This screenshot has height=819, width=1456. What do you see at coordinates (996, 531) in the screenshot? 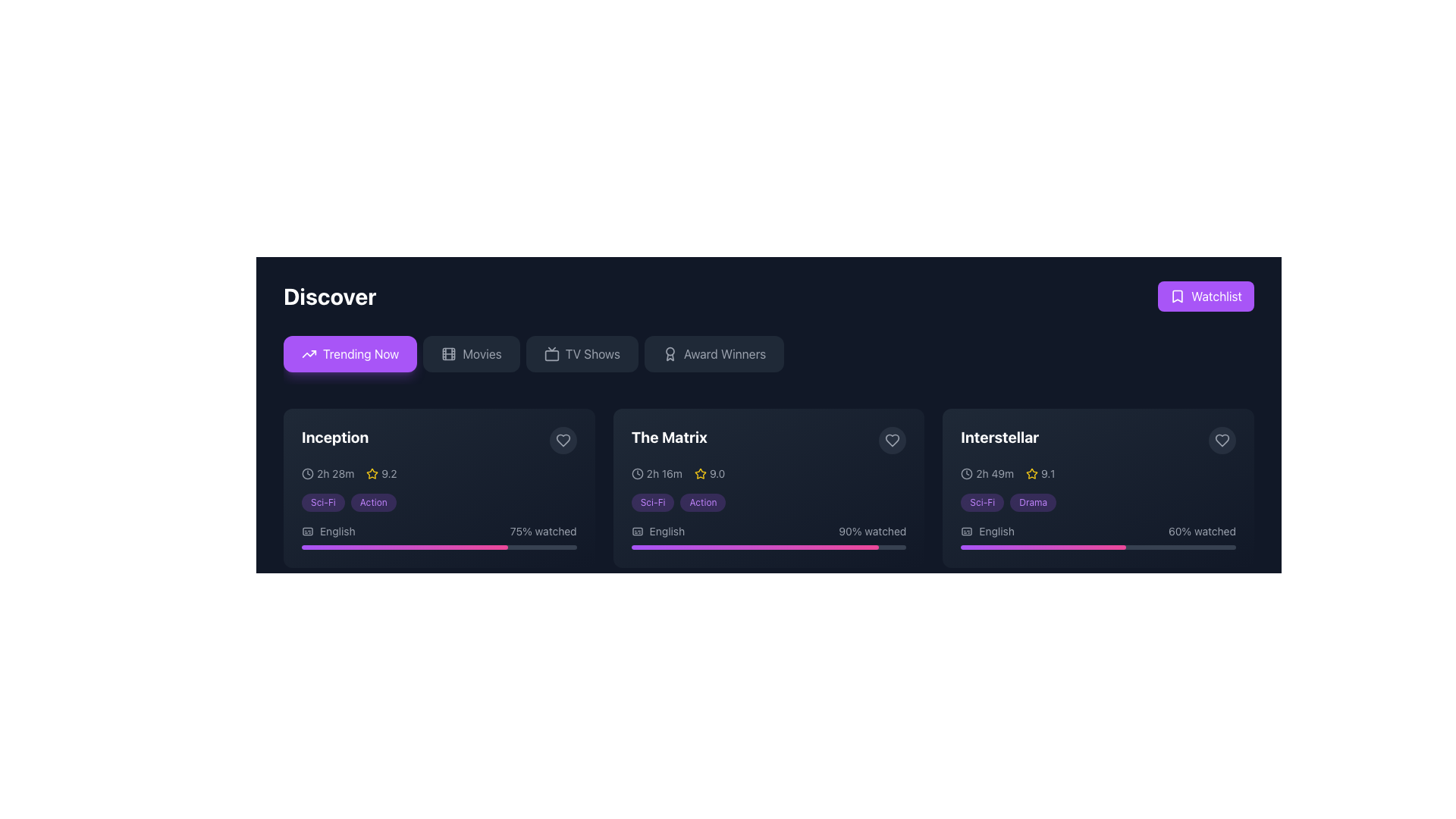
I see `the 'English' text label indicating the language of the movie 'Interstellar', which is located above a progress bar and to the right of a subtitles icon` at bounding box center [996, 531].